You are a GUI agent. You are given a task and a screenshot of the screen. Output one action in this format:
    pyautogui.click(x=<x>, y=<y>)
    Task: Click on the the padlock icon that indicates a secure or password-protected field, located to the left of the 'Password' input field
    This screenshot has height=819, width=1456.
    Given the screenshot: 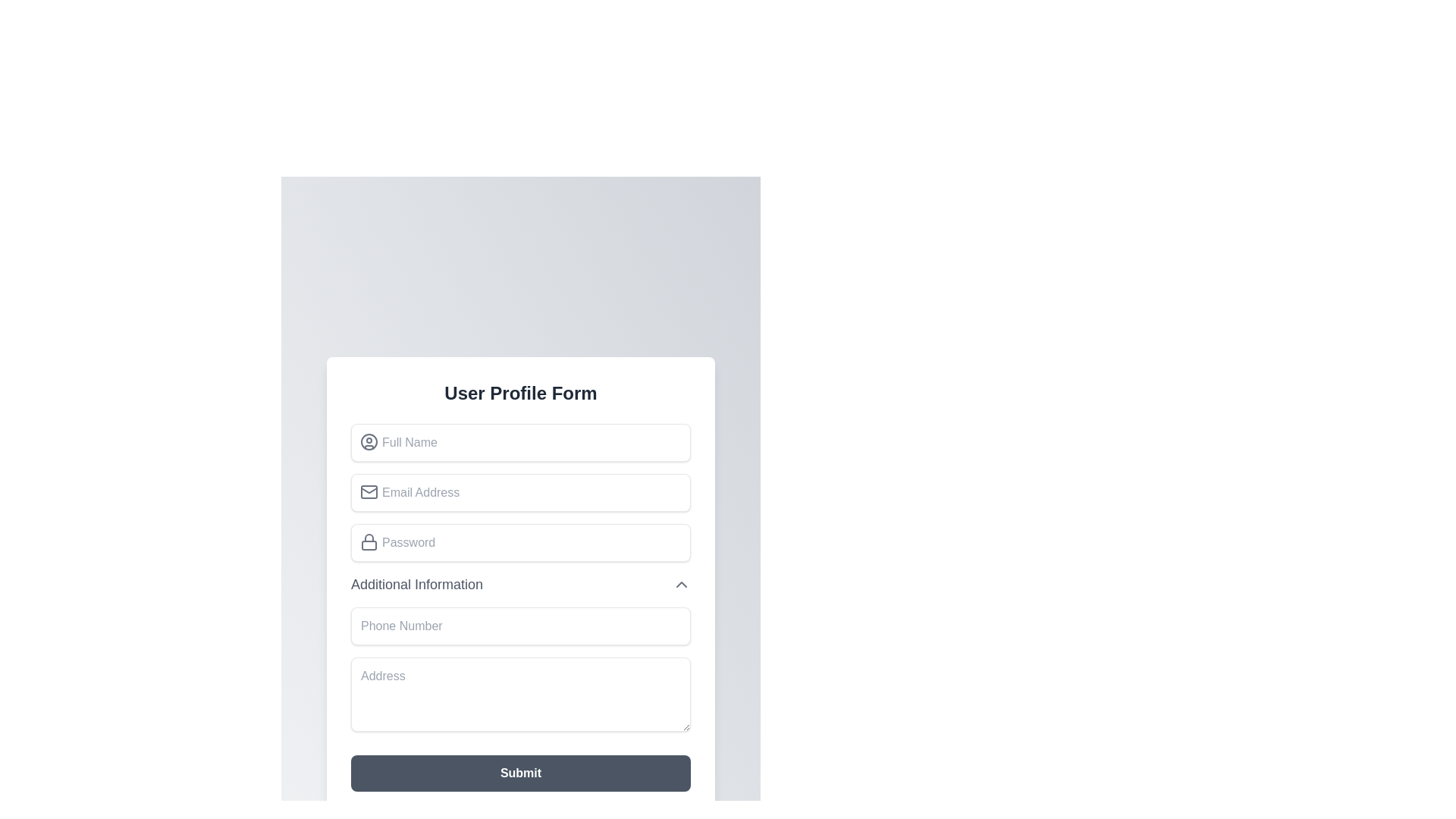 What is the action you would take?
    pyautogui.click(x=369, y=544)
    